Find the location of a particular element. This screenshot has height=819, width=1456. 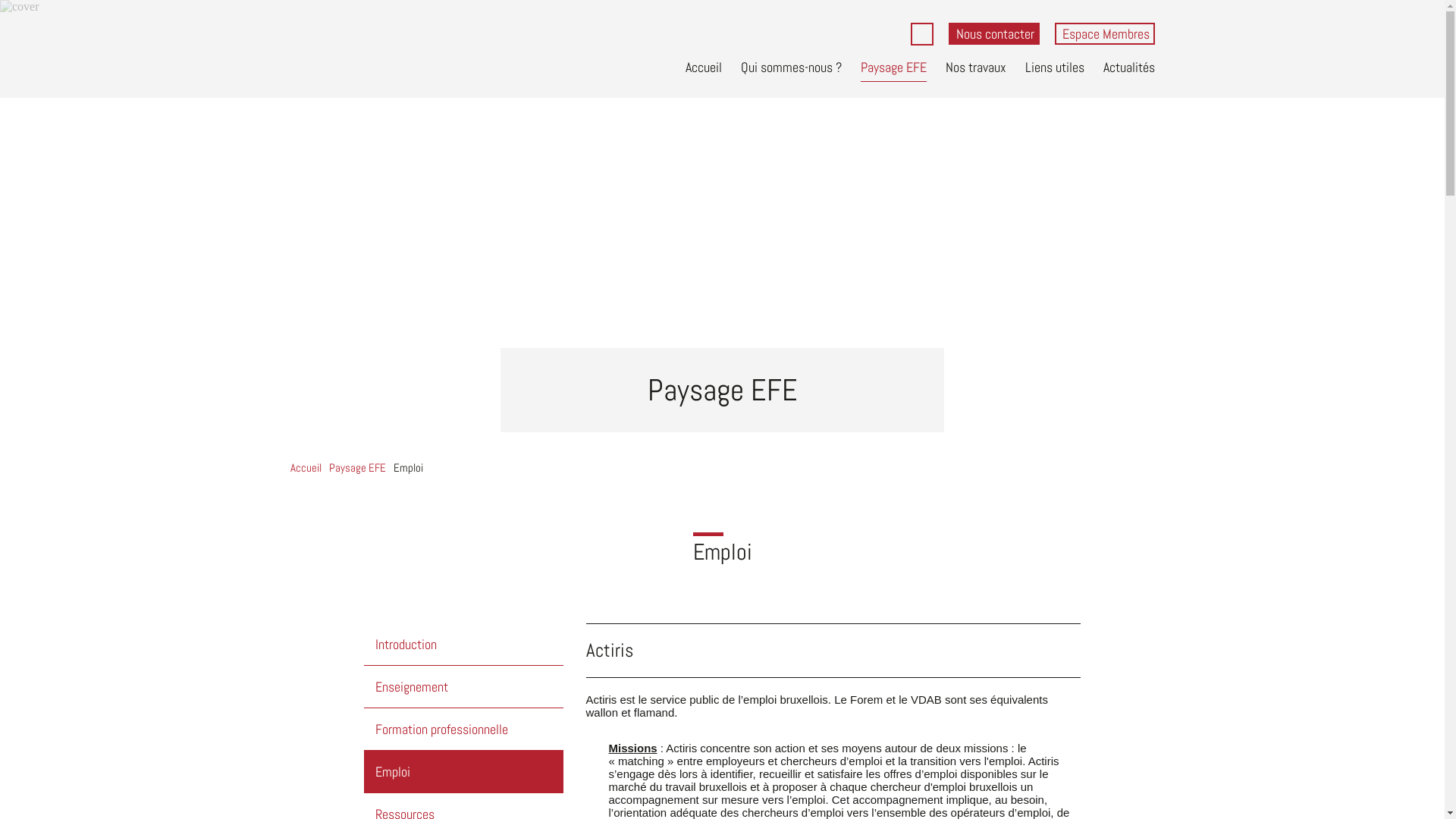

'Emploi' is located at coordinates (463, 772).